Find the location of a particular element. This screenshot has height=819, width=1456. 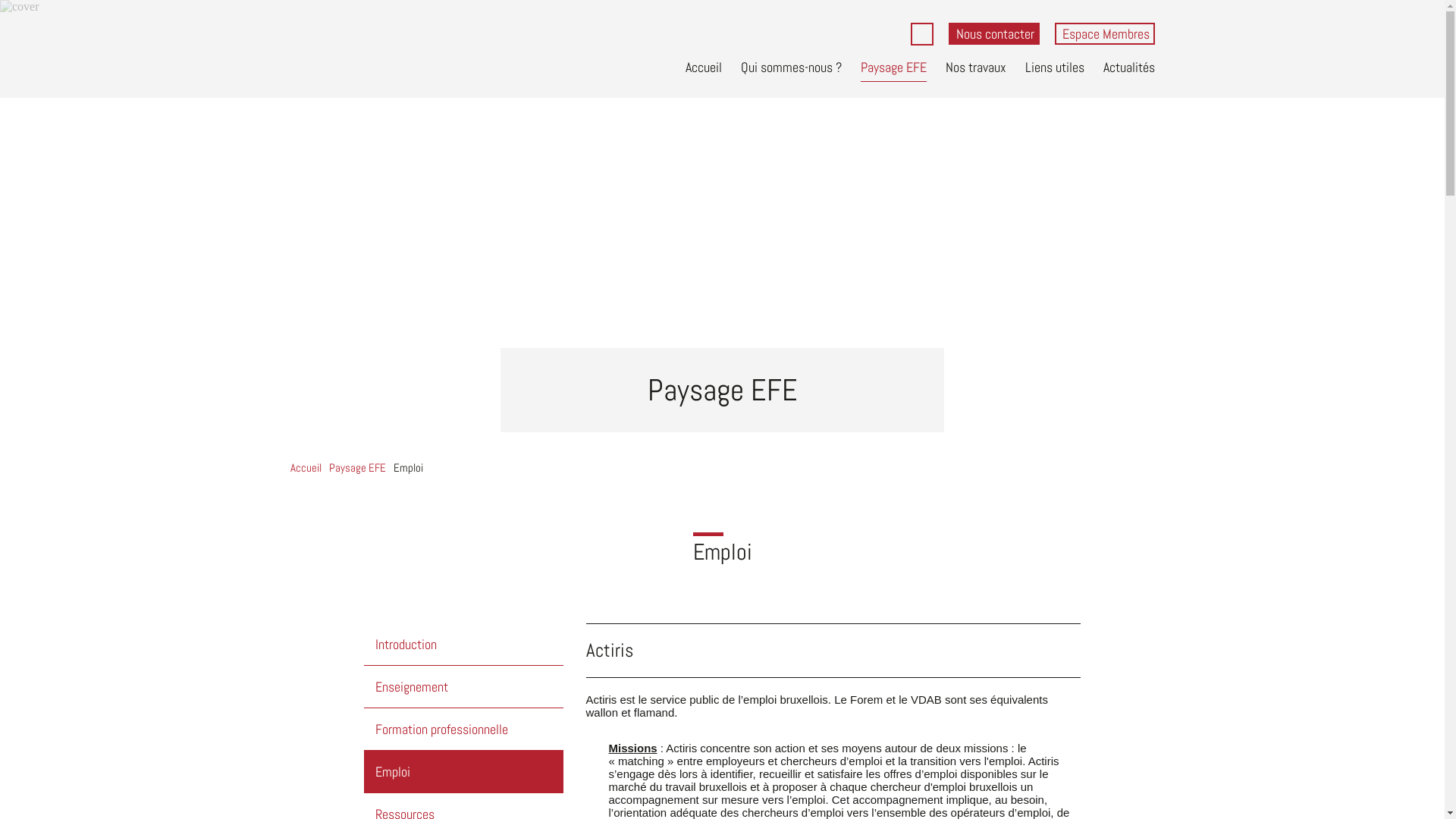

'Emploi' is located at coordinates (463, 772).